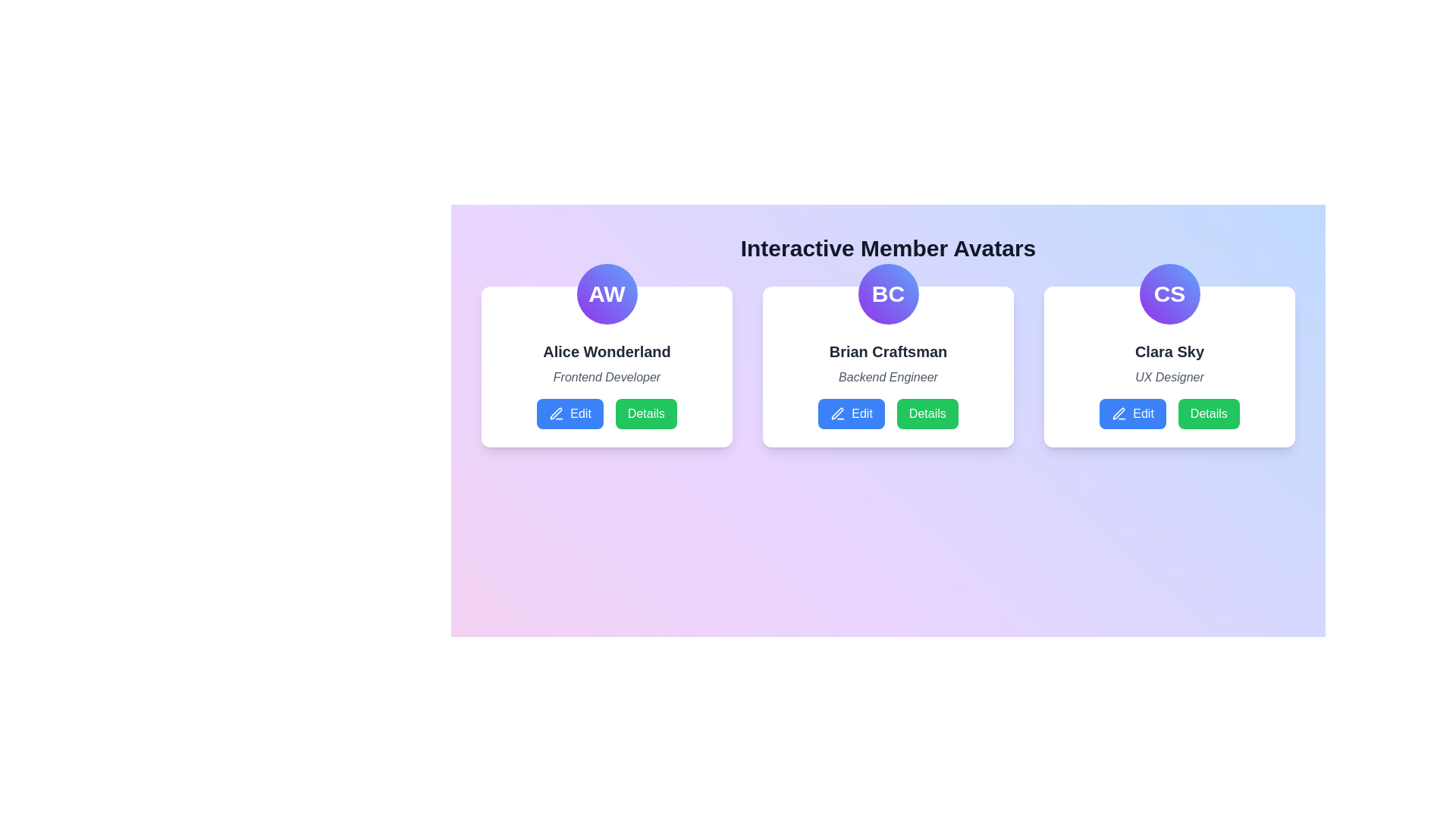 This screenshot has width=1456, height=819. What do you see at coordinates (1169, 376) in the screenshot?
I see `the Text Label that describes the user's role or job title, located below 'Clara Sky' and above the 'Edit' and 'Details' buttons in the rightmost profile card` at bounding box center [1169, 376].